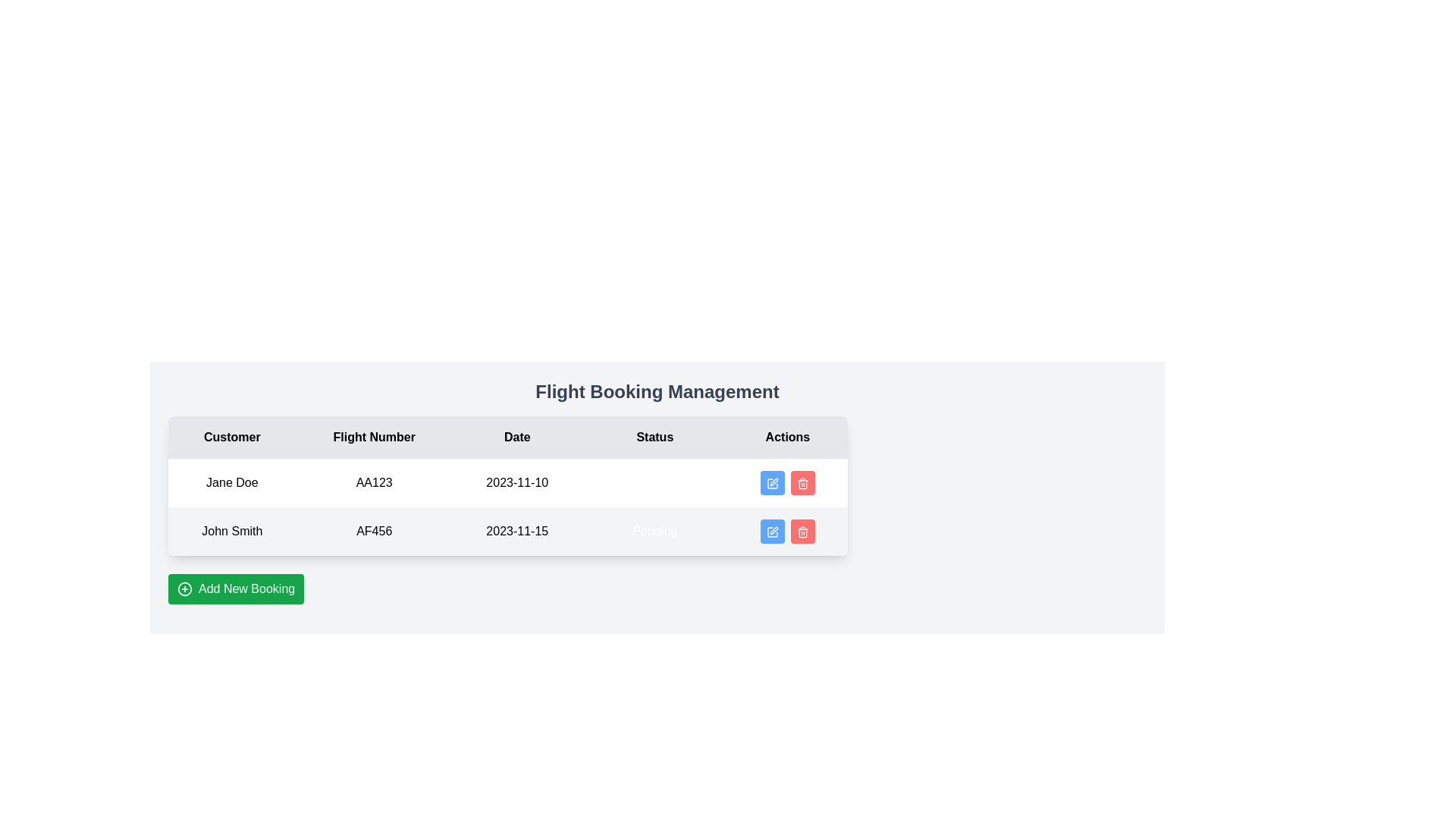 This screenshot has width=1456, height=819. Describe the element at coordinates (787, 438) in the screenshot. I see `the 'Actions' table header element, which features bold black text on a light gray background, positioned as the fifth header cell in the table` at that location.